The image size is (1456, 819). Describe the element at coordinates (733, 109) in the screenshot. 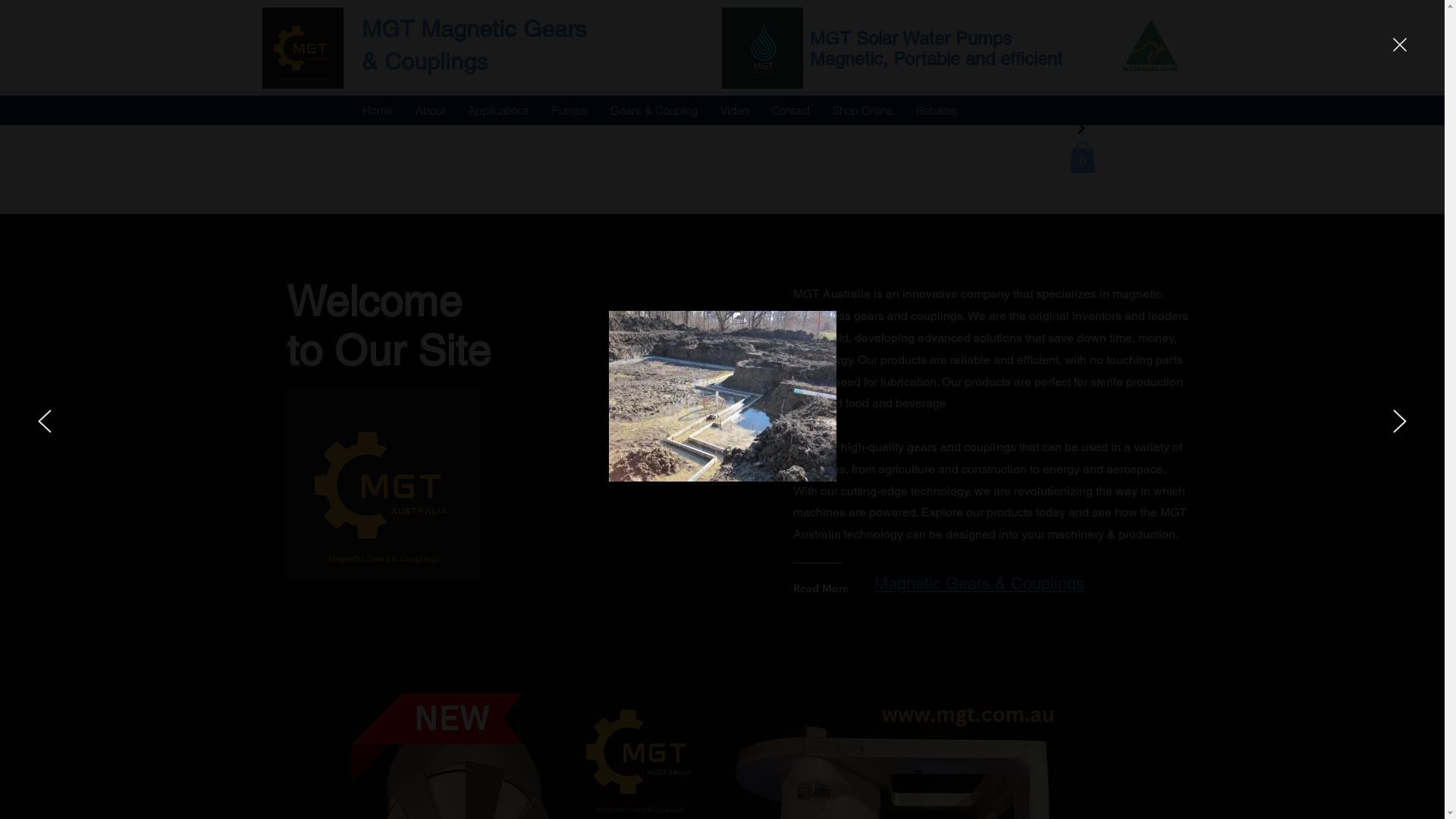

I see `'Video'` at that location.